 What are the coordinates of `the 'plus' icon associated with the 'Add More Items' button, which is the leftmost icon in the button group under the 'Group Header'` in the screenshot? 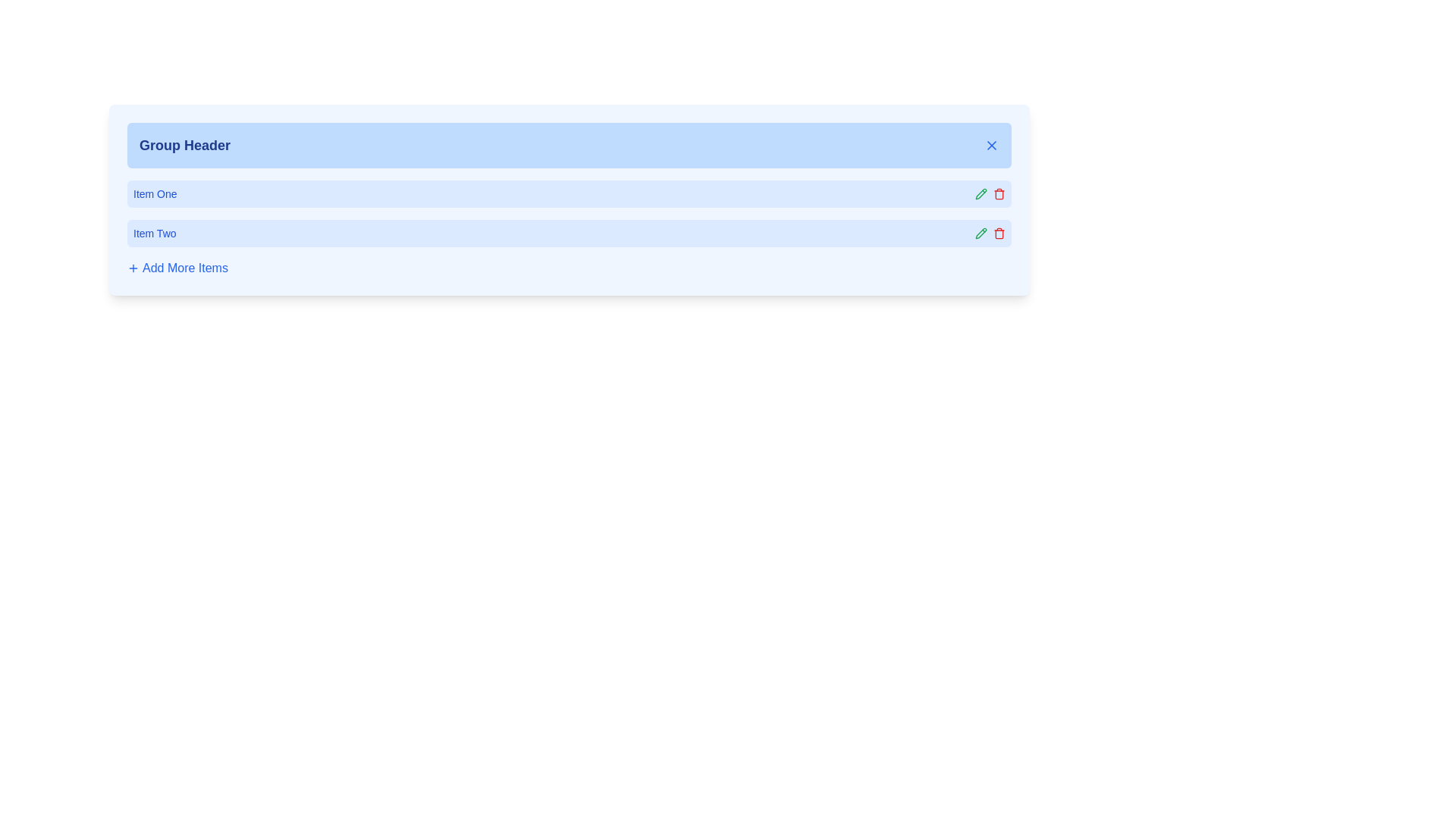 It's located at (133, 268).